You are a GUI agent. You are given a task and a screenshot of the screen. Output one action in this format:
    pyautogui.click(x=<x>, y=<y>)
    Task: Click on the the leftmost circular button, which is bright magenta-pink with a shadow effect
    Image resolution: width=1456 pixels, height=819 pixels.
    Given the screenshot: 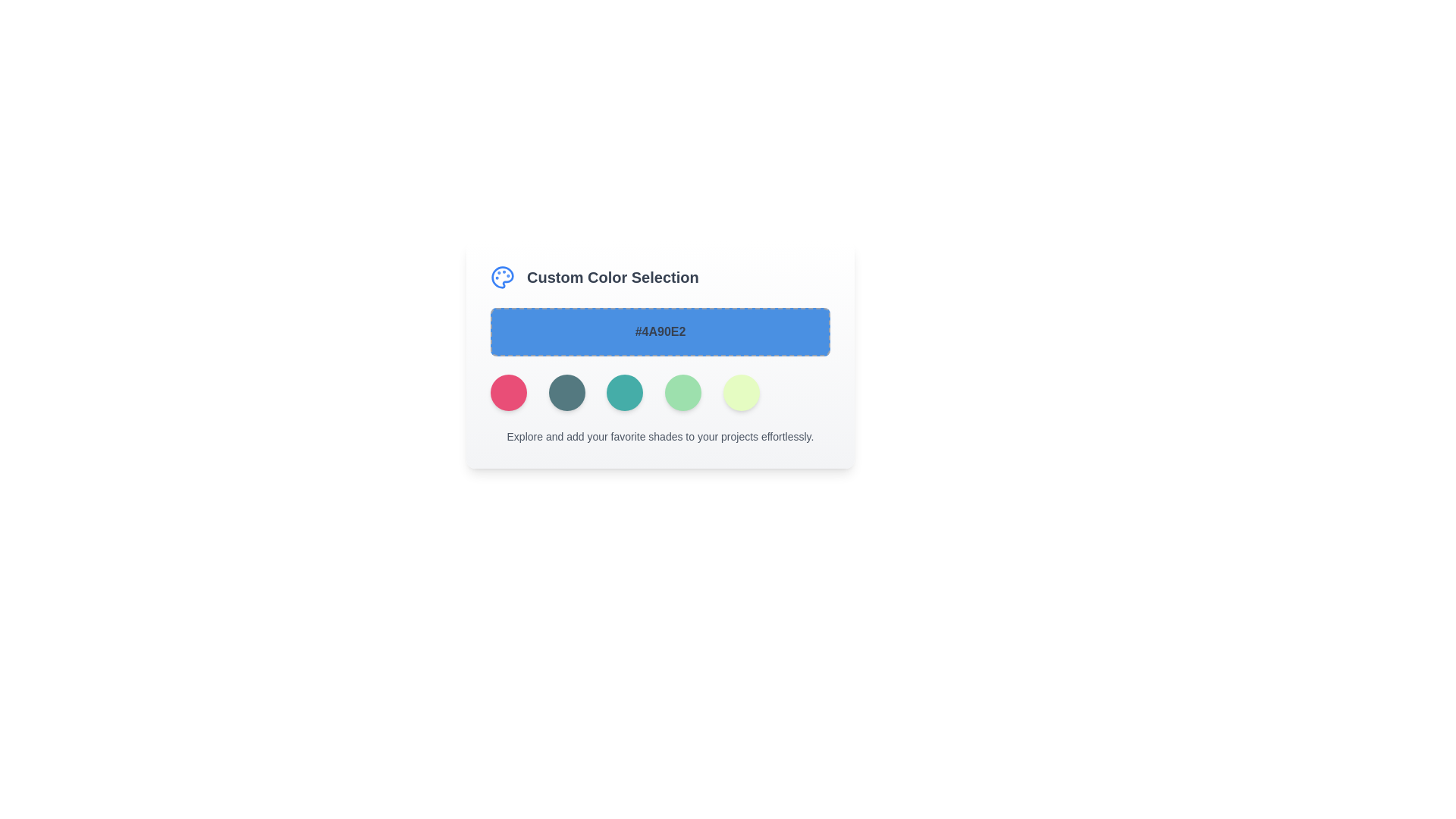 What is the action you would take?
    pyautogui.click(x=509, y=391)
    